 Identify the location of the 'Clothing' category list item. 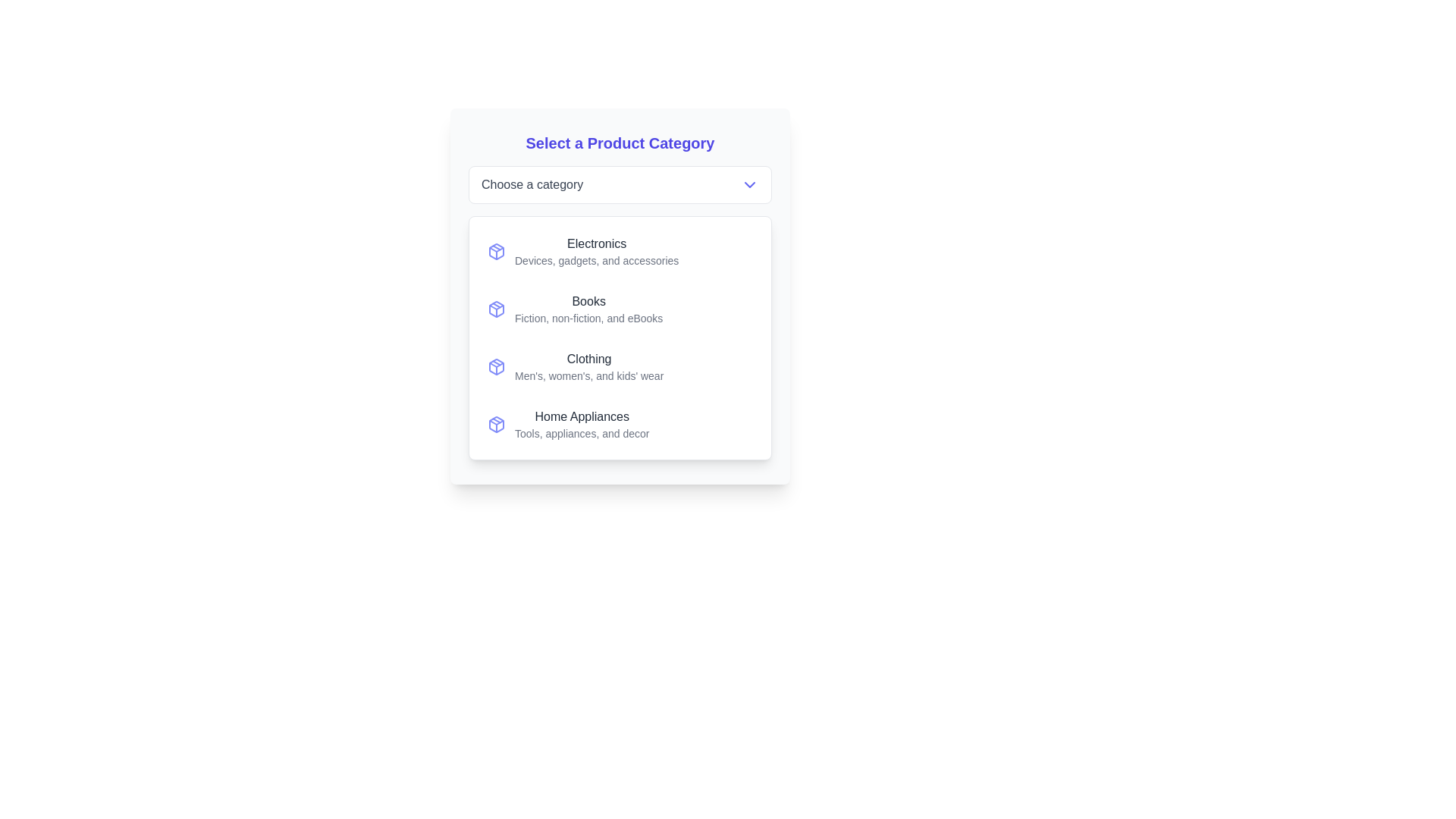
(496, 366).